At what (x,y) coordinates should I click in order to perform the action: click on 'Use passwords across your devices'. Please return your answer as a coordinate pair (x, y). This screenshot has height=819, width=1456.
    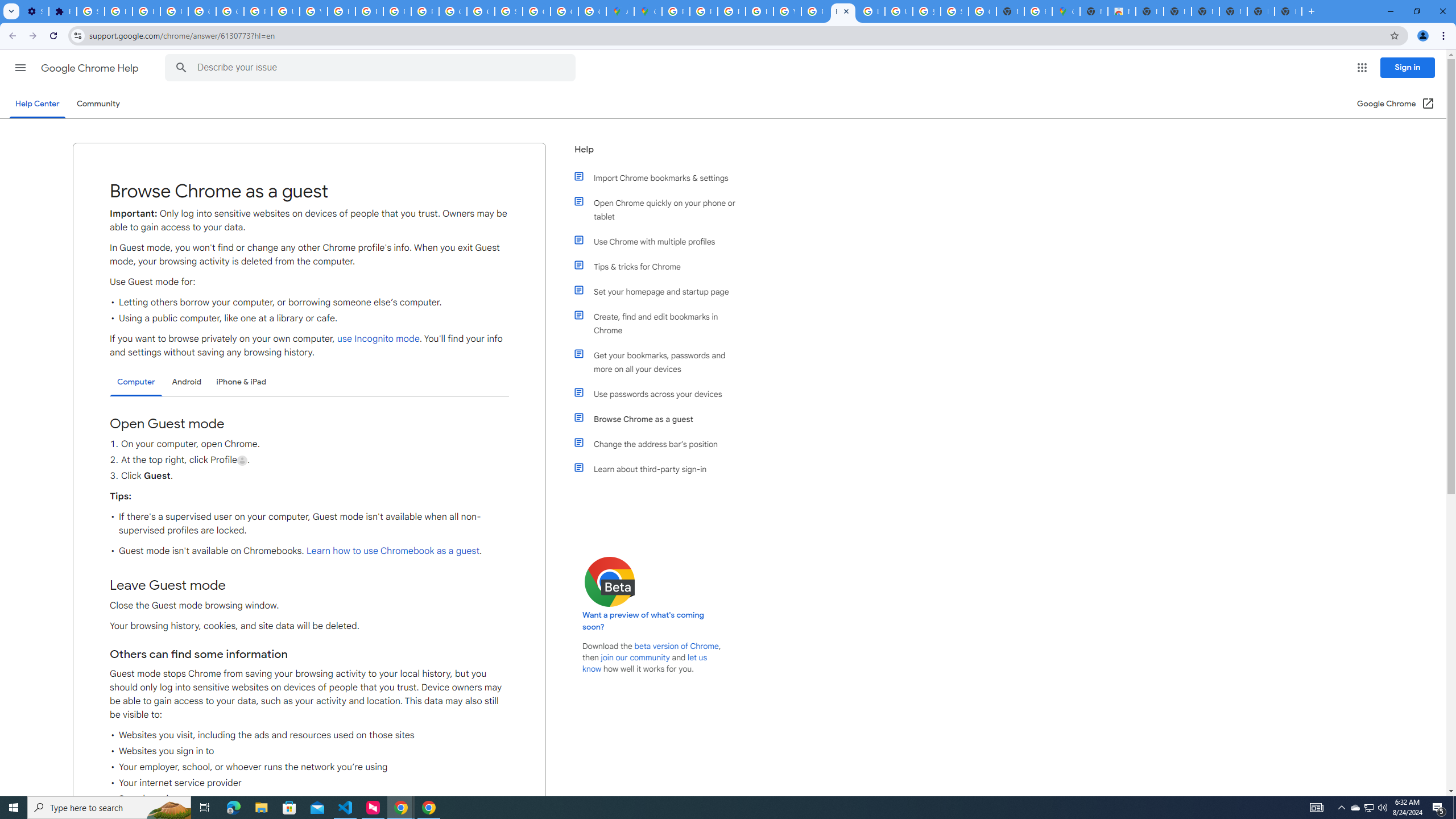
    Looking at the image, I should click on (661, 394).